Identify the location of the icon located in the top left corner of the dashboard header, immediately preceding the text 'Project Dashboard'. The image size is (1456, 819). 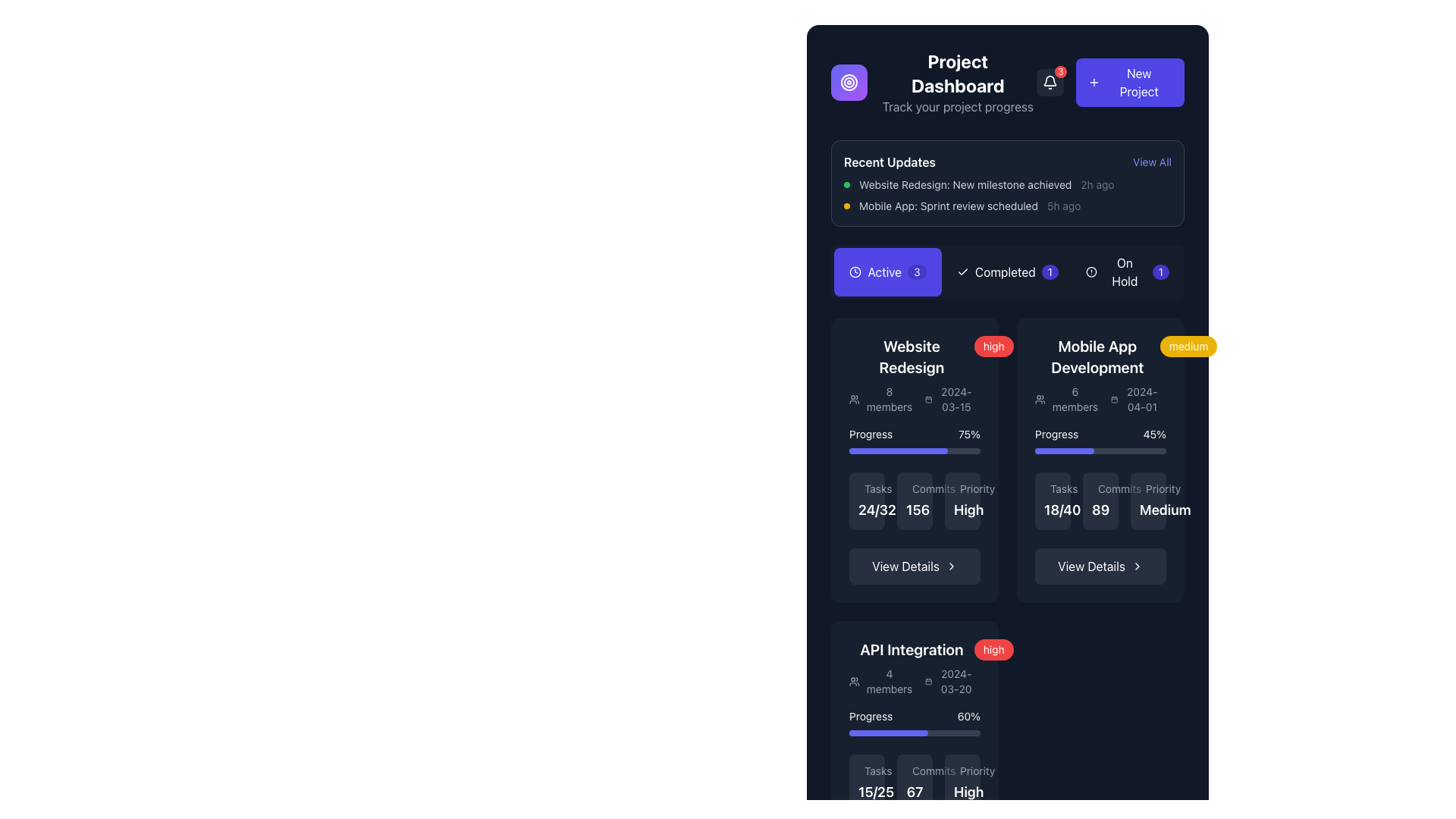
(848, 82).